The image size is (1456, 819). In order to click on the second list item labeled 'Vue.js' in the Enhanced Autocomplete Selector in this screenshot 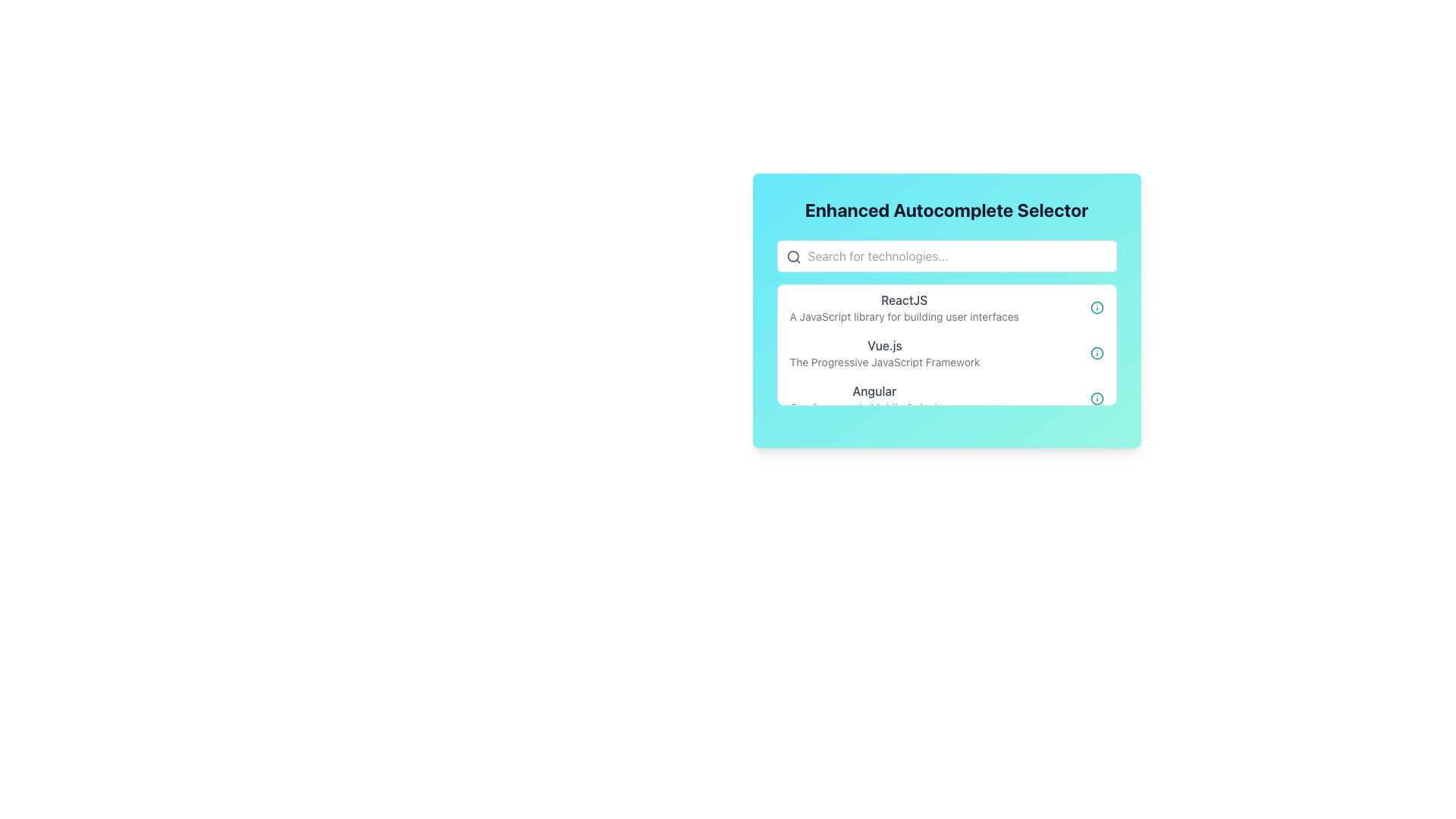, I will do `click(946, 345)`.